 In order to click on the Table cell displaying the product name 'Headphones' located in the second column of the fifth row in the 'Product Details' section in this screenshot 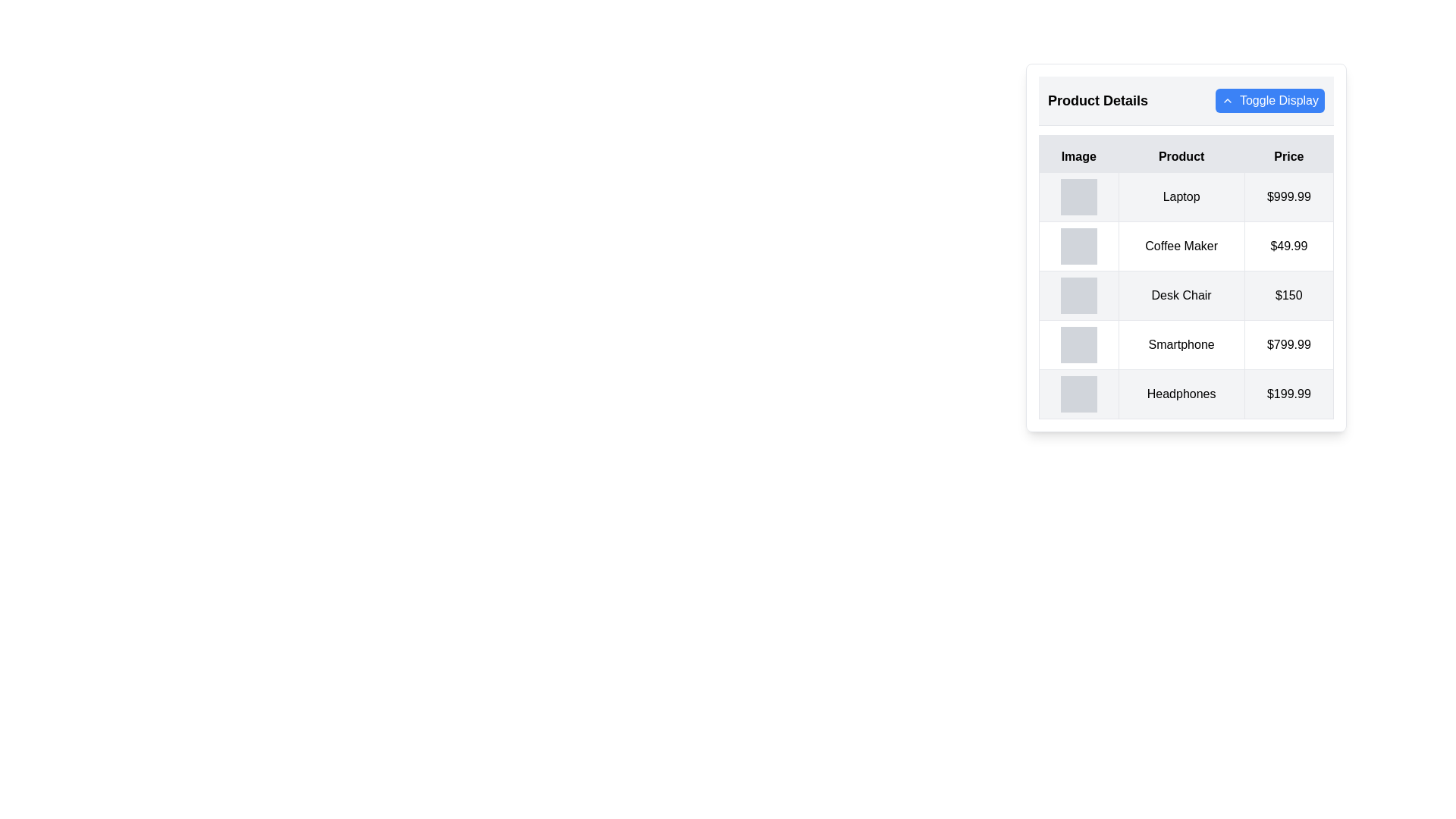, I will do `click(1181, 394)`.